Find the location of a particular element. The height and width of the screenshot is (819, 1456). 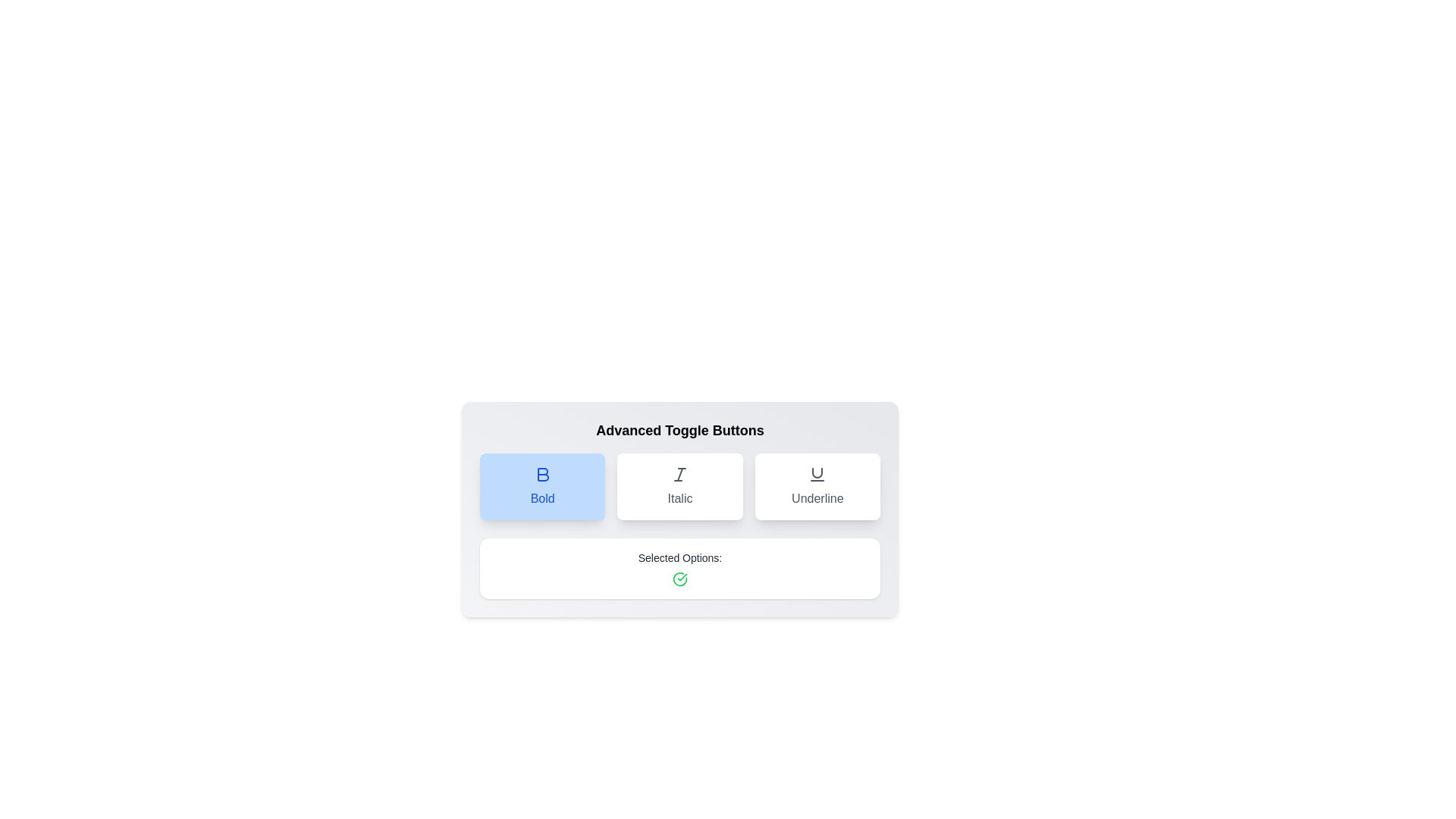

the 'Italic' button to toggle its state is located at coordinates (679, 486).